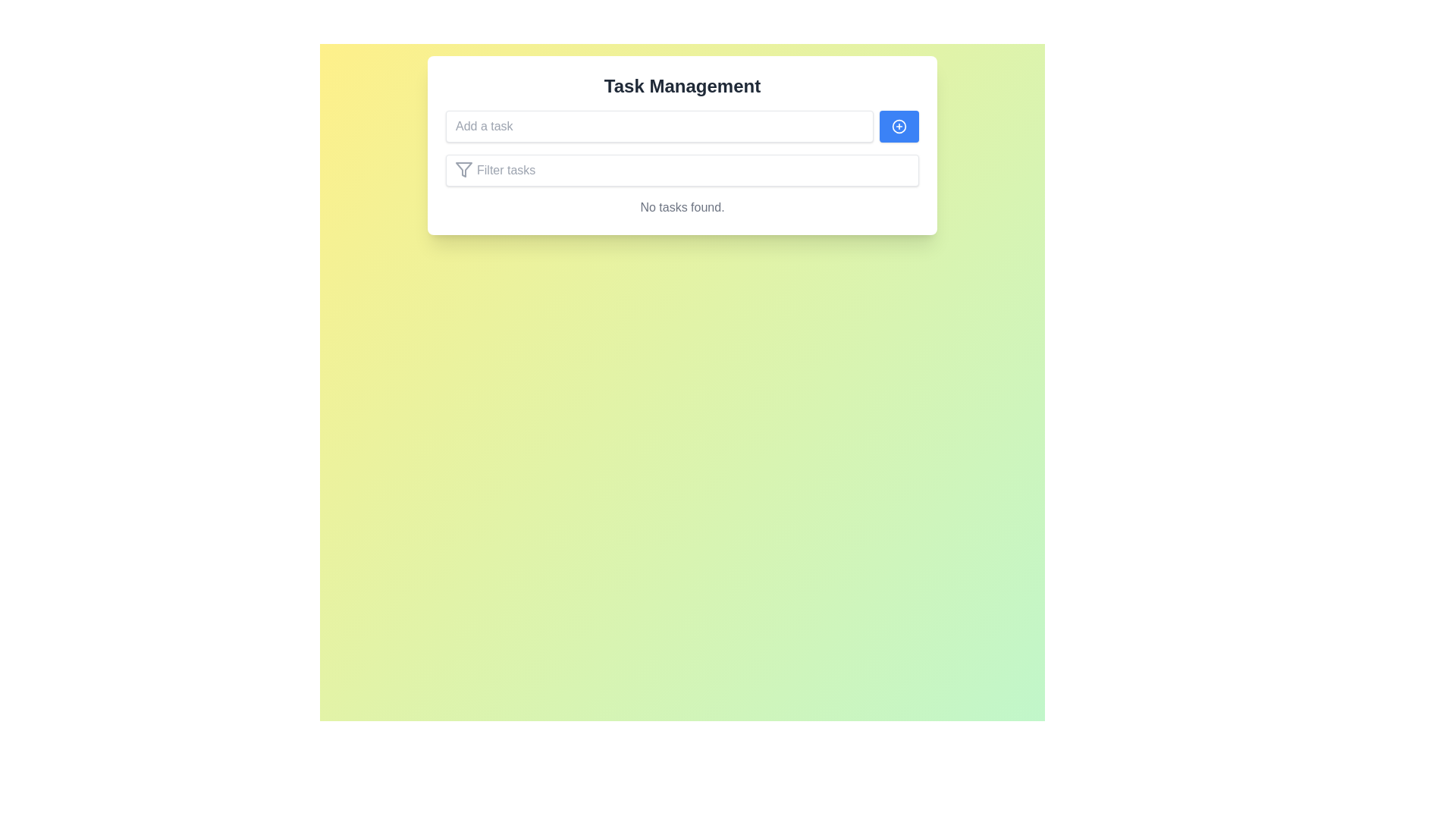 Image resolution: width=1456 pixels, height=819 pixels. What do you see at coordinates (899, 125) in the screenshot?
I see `the decorative SVG Circle Element located at the top right of the 'Task Management' card` at bounding box center [899, 125].